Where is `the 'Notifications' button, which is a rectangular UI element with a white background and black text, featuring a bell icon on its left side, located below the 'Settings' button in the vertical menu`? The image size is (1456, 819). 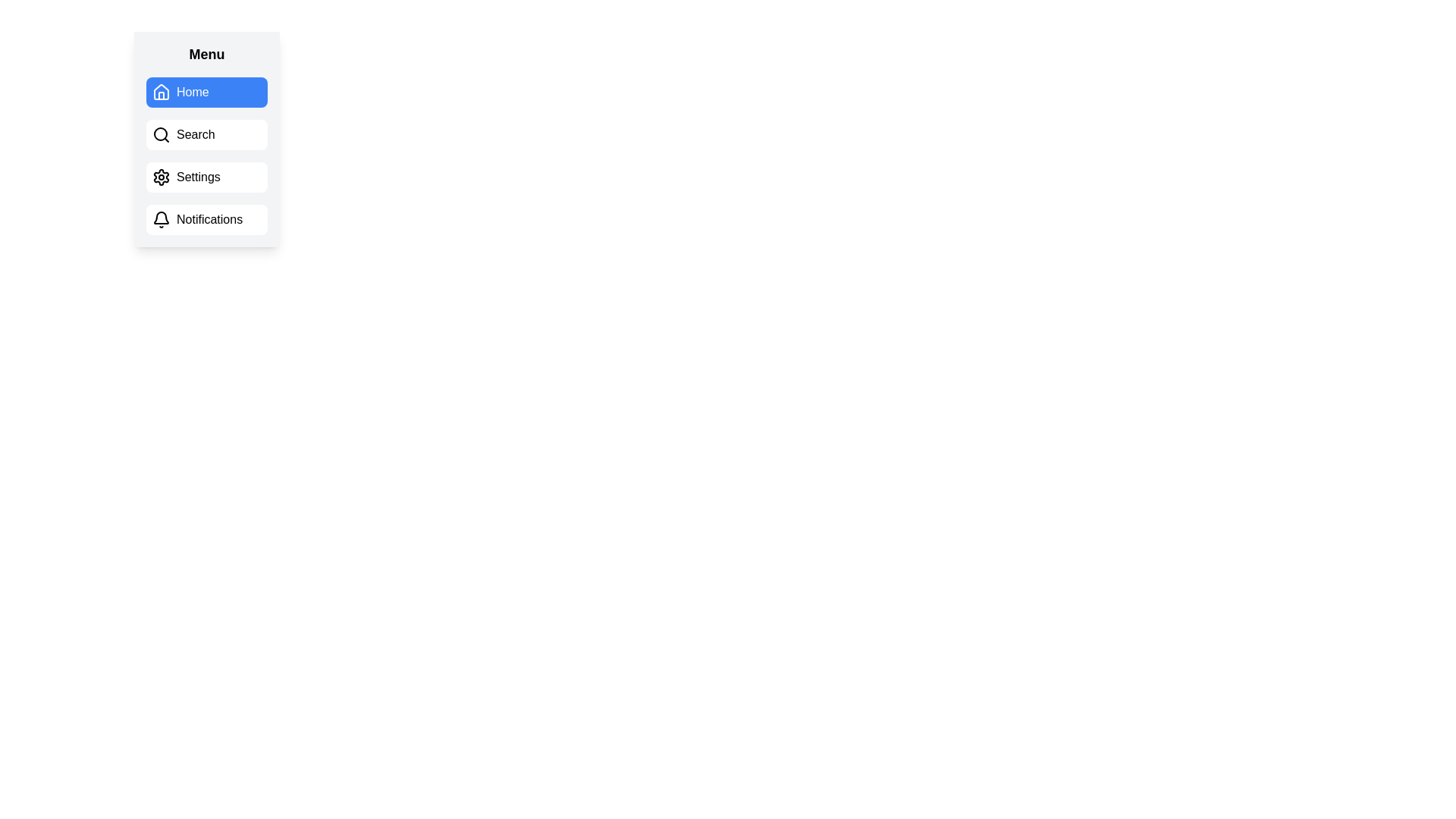
the 'Notifications' button, which is a rectangular UI element with a white background and black text, featuring a bell icon on its left side, located below the 'Settings' button in the vertical menu is located at coordinates (206, 219).